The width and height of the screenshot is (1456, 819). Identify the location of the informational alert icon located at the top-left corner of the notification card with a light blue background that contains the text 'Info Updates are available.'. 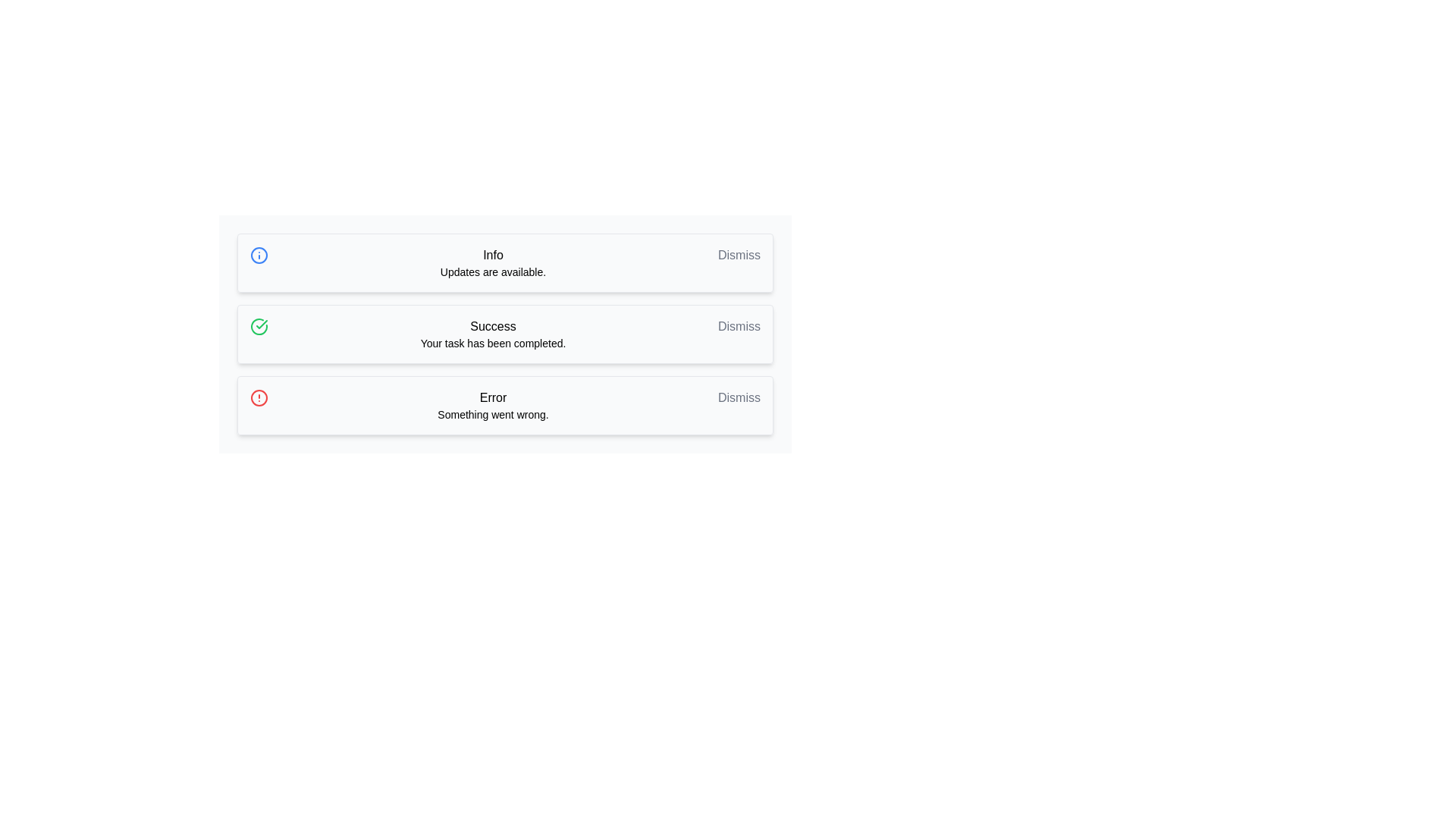
(259, 254).